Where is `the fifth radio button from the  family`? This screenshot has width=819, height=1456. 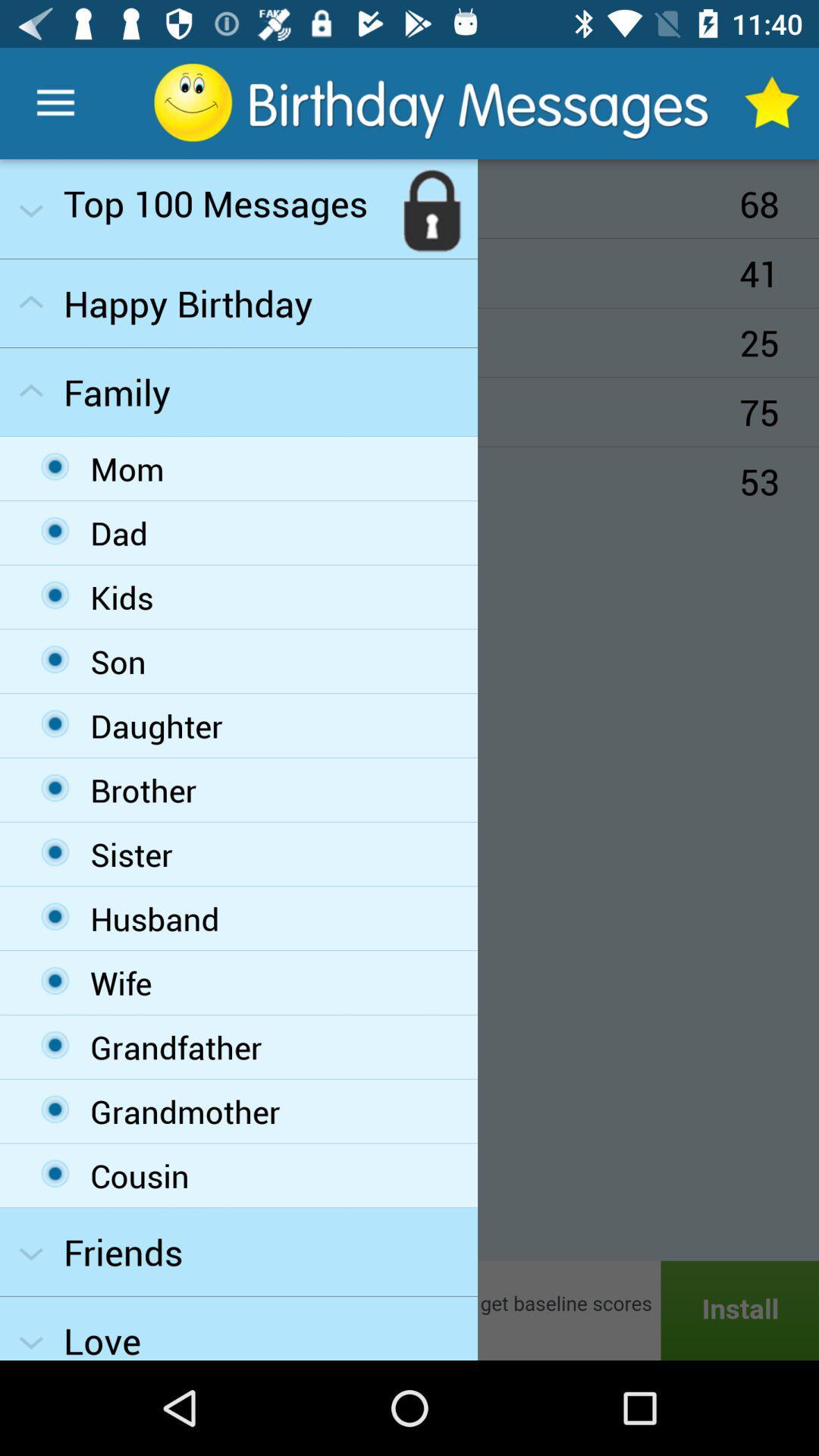 the fifth radio button from the  family is located at coordinates (55, 723).